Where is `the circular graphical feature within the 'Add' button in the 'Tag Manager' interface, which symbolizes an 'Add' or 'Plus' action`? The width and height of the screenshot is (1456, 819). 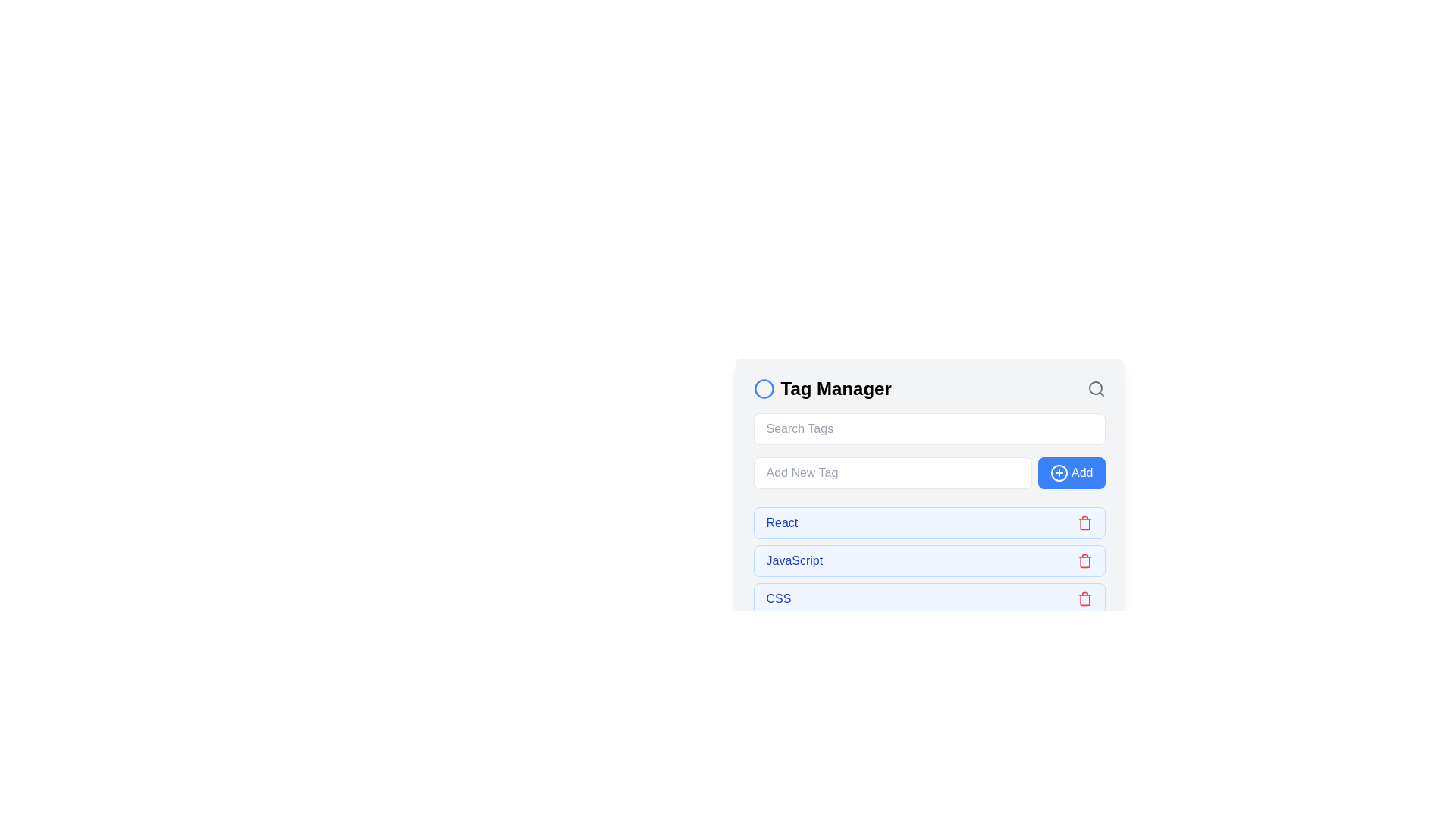
the circular graphical feature within the 'Add' button in the 'Tag Manager' interface, which symbolizes an 'Add' or 'Plus' action is located at coordinates (1058, 472).